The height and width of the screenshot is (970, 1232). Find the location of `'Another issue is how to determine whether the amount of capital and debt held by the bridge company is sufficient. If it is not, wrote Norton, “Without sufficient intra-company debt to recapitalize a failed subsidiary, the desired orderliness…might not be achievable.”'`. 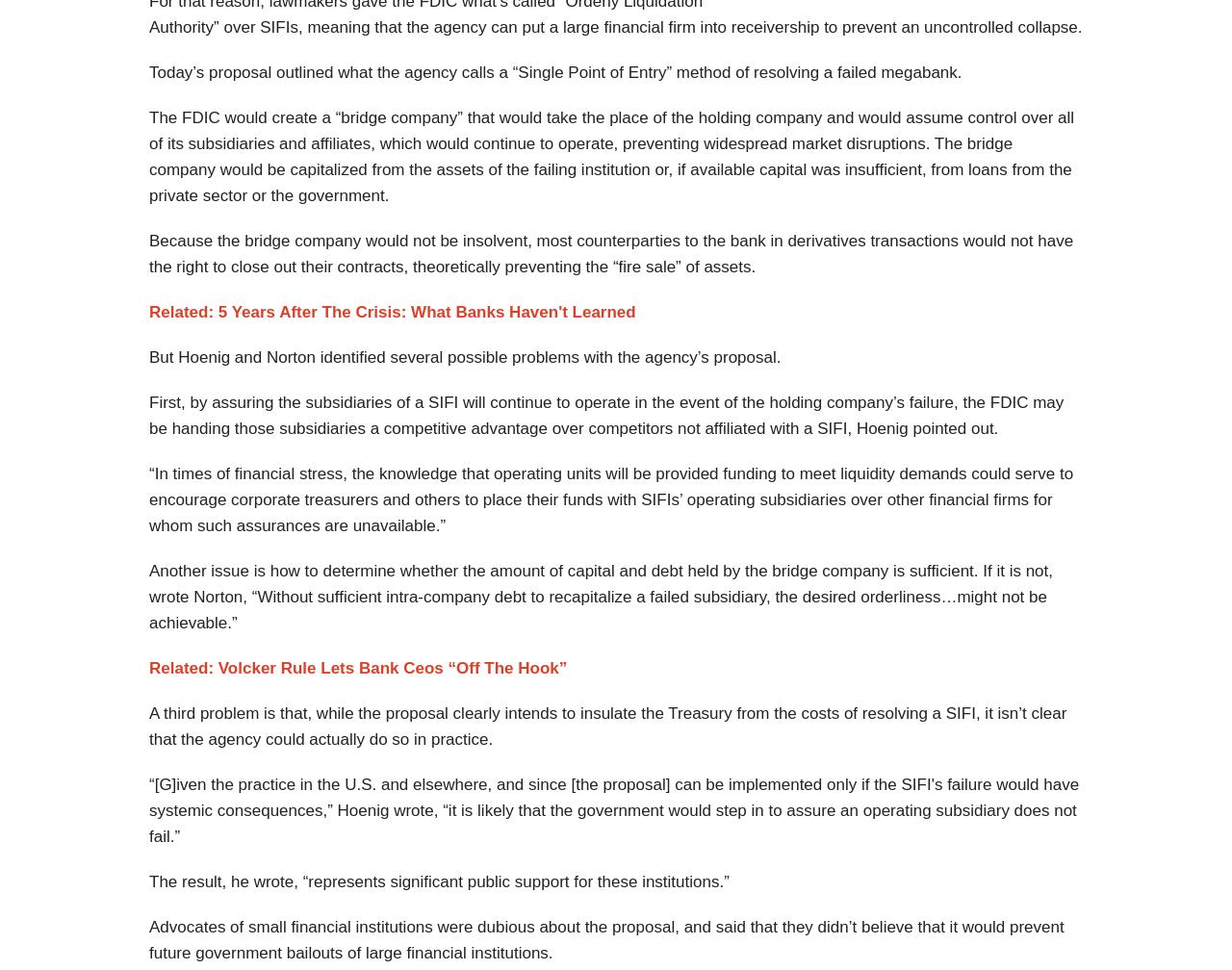

'Another issue is how to determine whether the amount of capital and debt held by the bridge company is sufficient. If it is not, wrote Norton, “Without sufficient intra-company debt to recapitalize a failed subsidiary, the desired orderliness…might not be achievable.”' is located at coordinates (600, 597).